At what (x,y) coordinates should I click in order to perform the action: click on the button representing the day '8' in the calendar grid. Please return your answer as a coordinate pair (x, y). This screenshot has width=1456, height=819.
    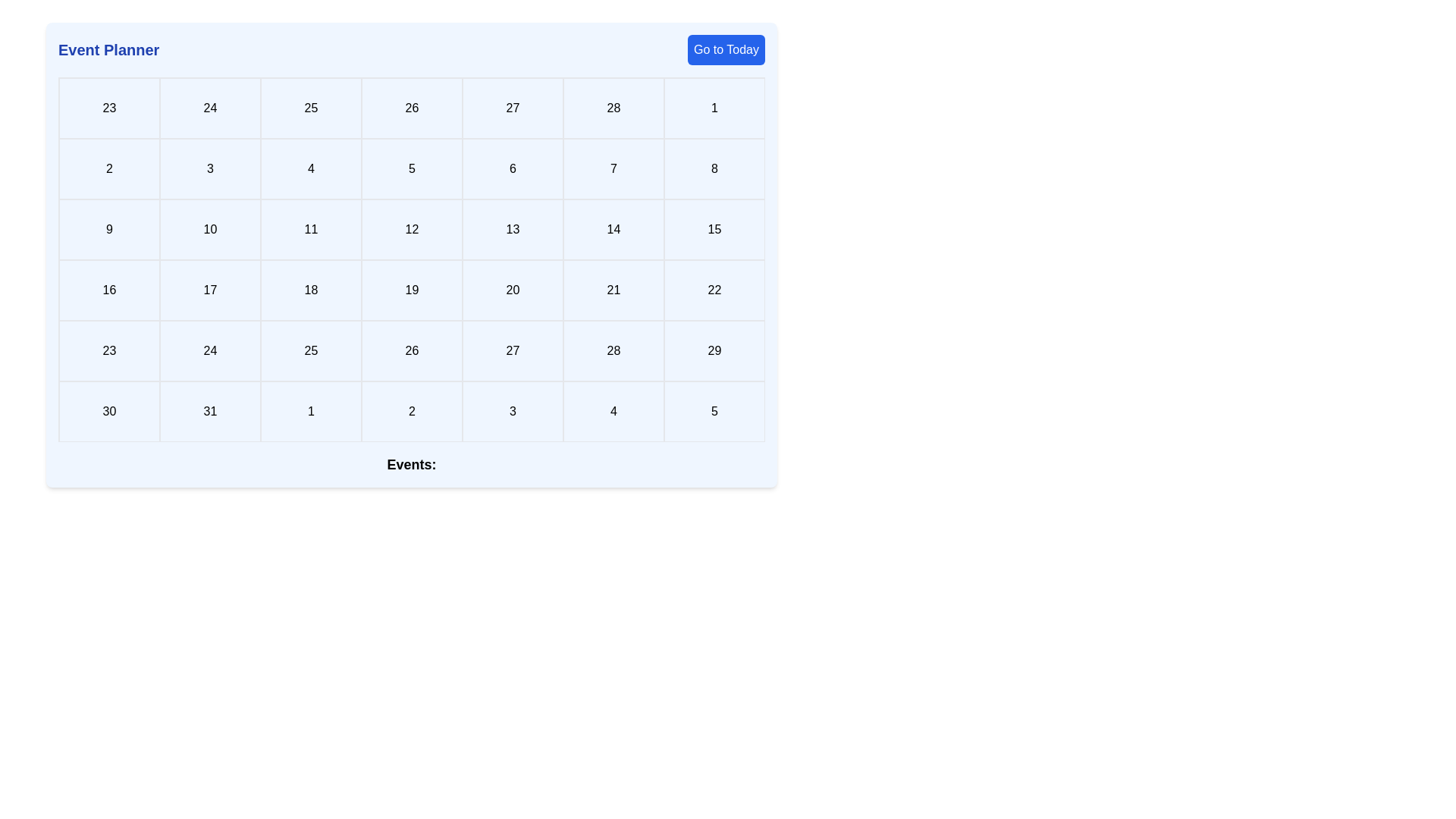
    Looking at the image, I should click on (714, 169).